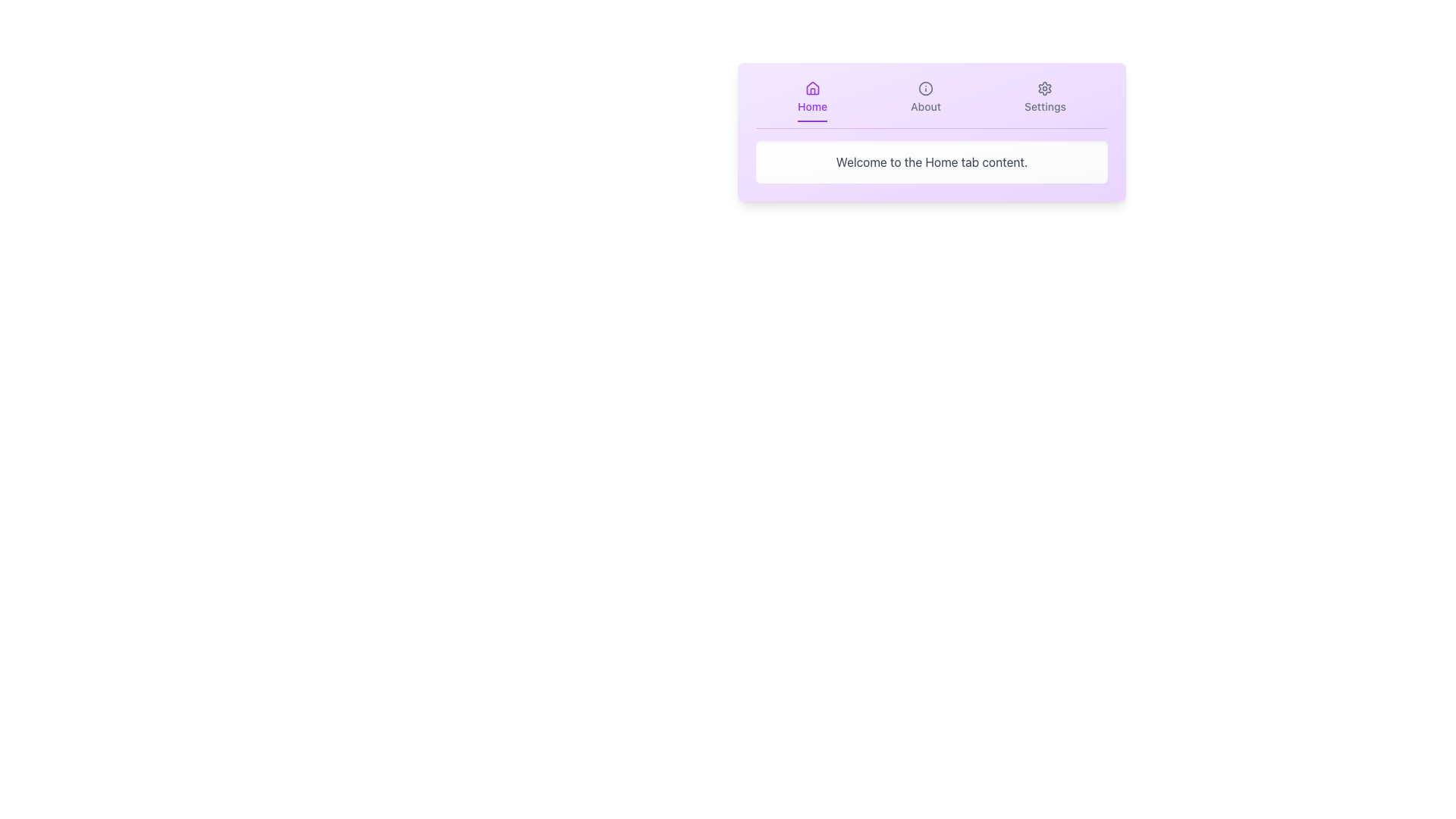 The height and width of the screenshot is (819, 1456). Describe the element at coordinates (924, 88) in the screenshot. I see `the circular SVG element located at the center of the 'About' icon in the header menu` at that location.